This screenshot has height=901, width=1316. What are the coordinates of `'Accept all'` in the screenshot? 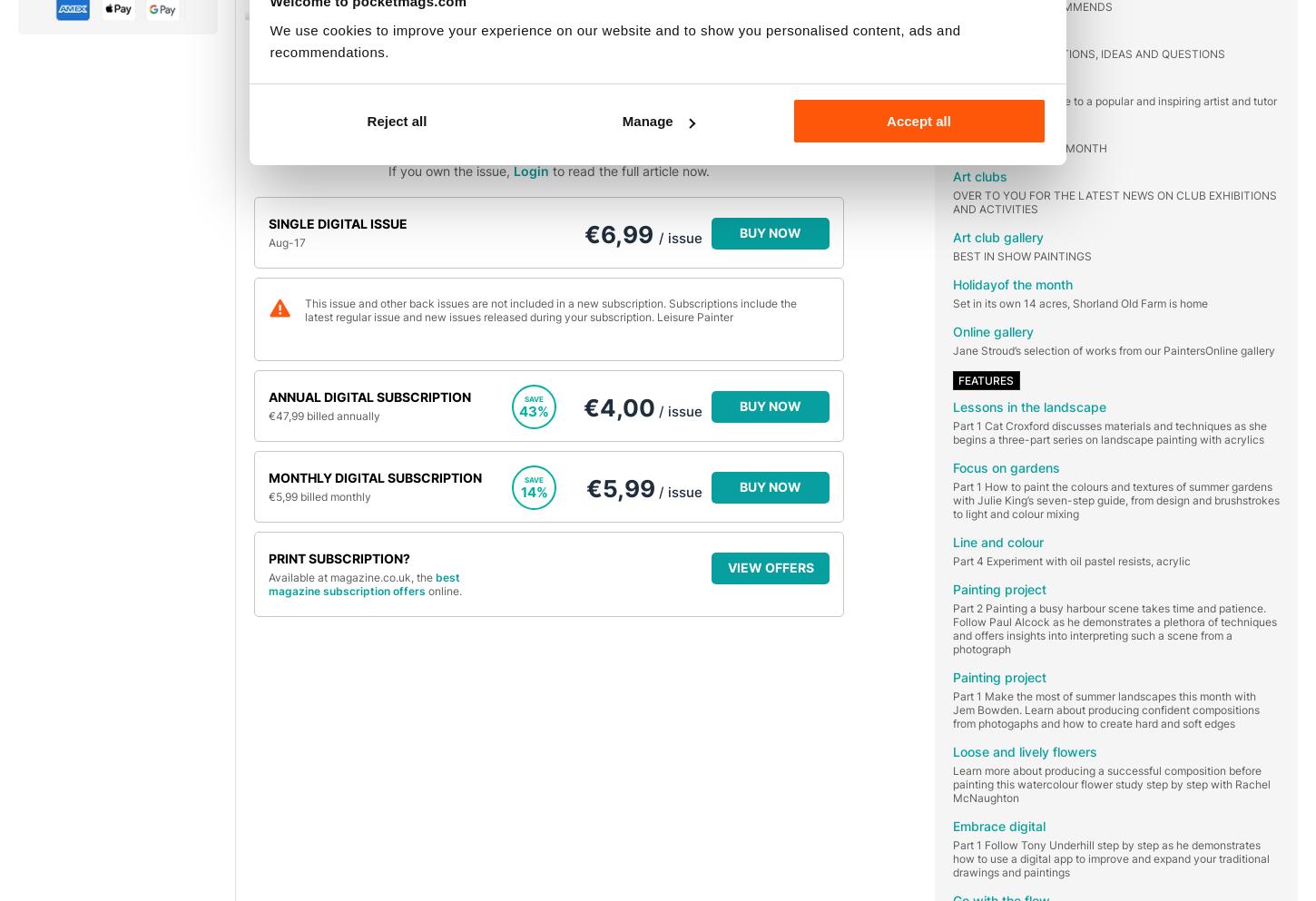 It's located at (918, 121).